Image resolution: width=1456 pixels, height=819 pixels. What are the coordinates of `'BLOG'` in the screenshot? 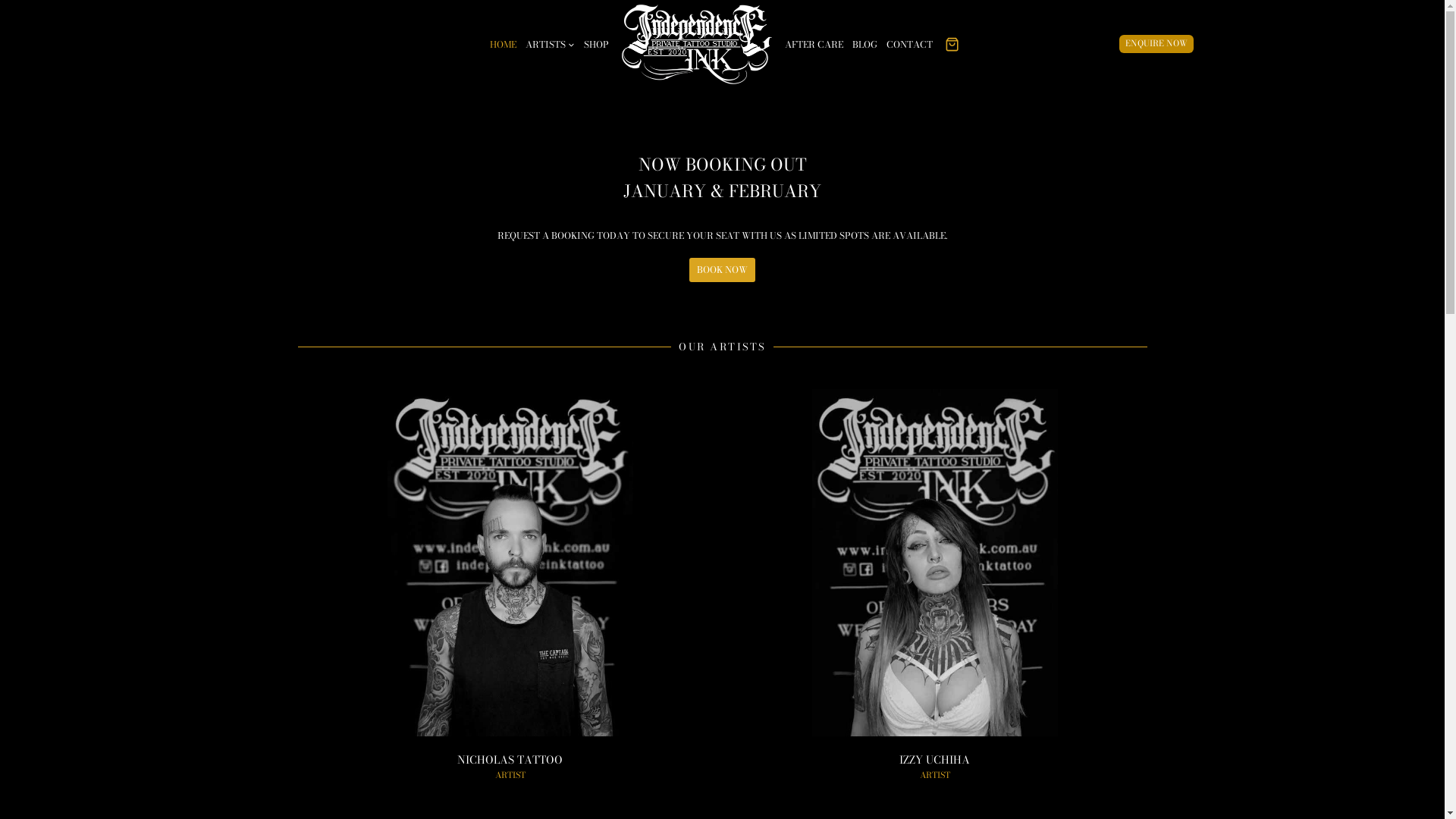 It's located at (864, 42).